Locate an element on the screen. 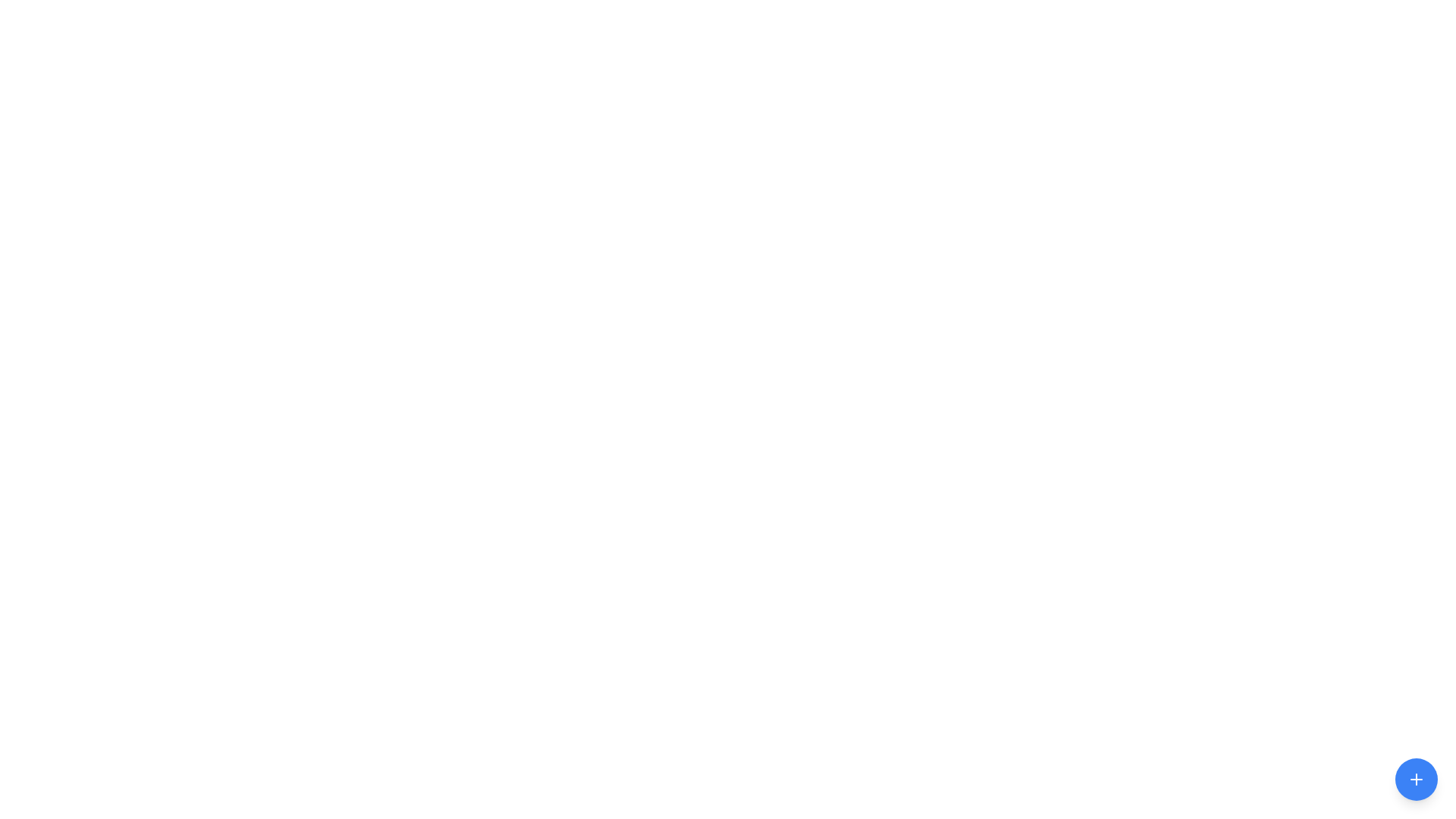 This screenshot has height=819, width=1456. the blue circular plus icon located in the bottom-right corner of the interface is located at coordinates (1415, 780).